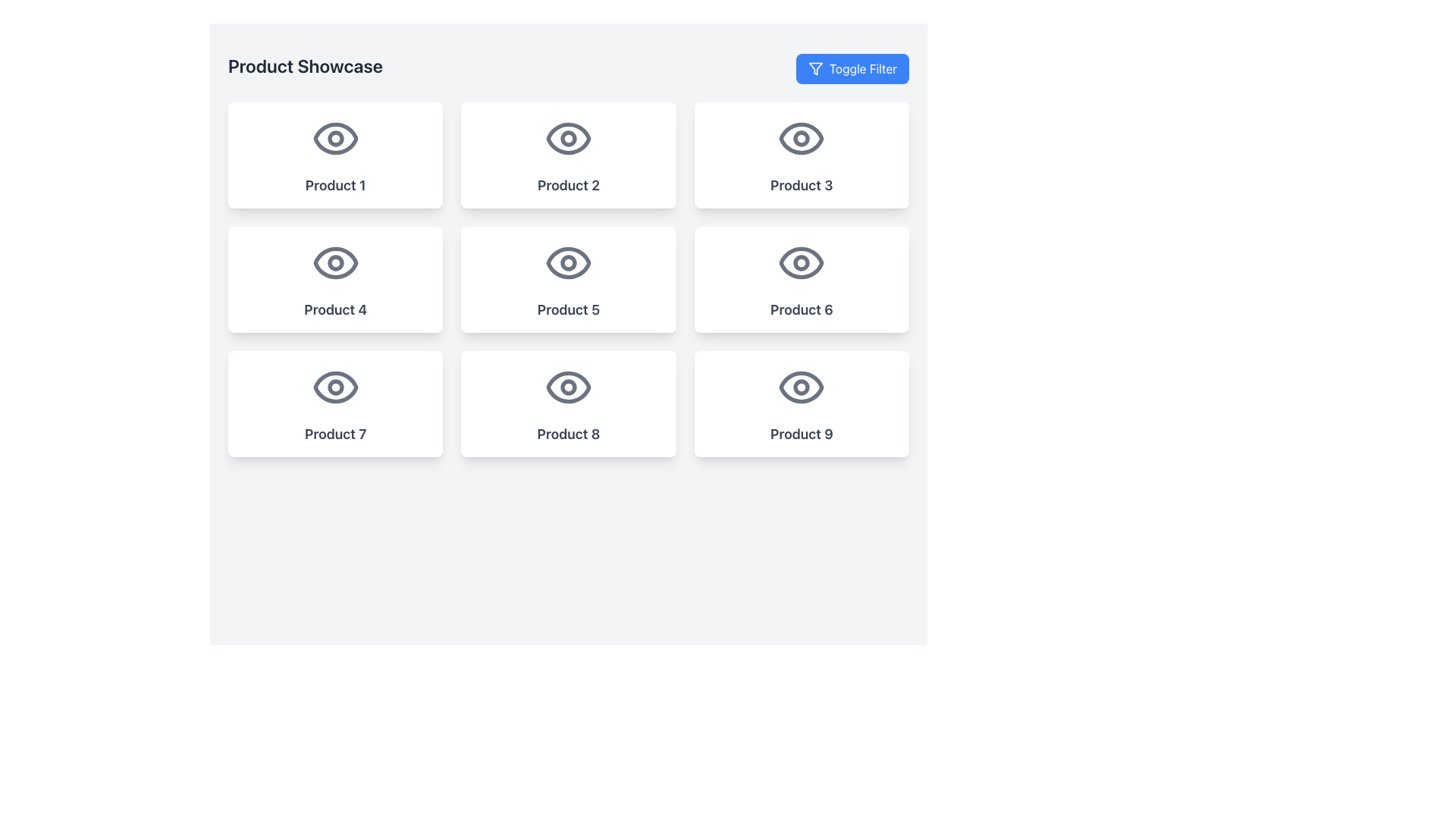 This screenshot has height=819, width=1456. Describe the element at coordinates (801, 138) in the screenshot. I see `the circular pupil detail within the eye icon of the third product card labeled 'Product 3' in the grid of nine products` at that location.